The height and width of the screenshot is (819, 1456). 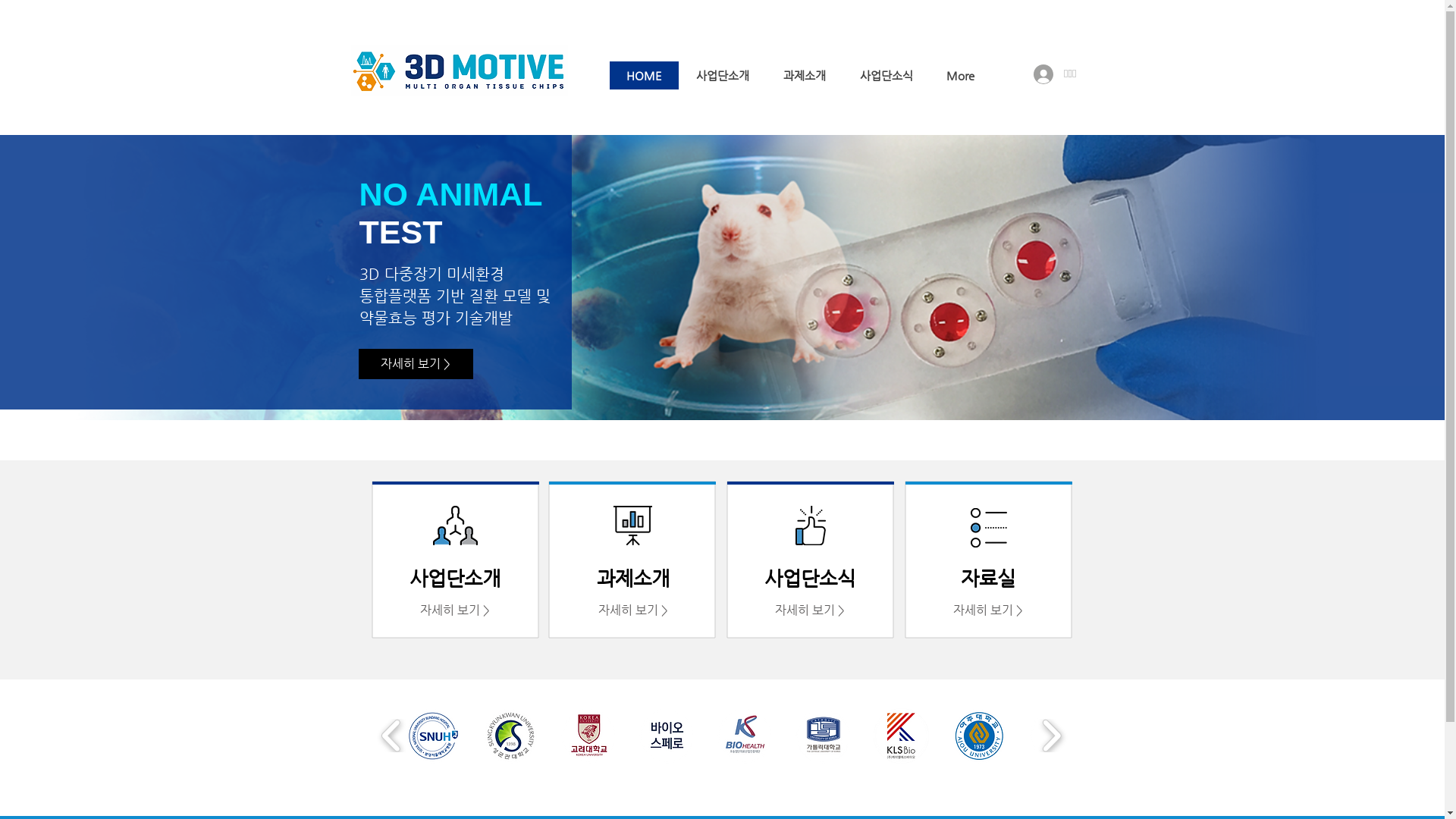 What do you see at coordinates (610, 75) in the screenshot?
I see `'HOME'` at bounding box center [610, 75].